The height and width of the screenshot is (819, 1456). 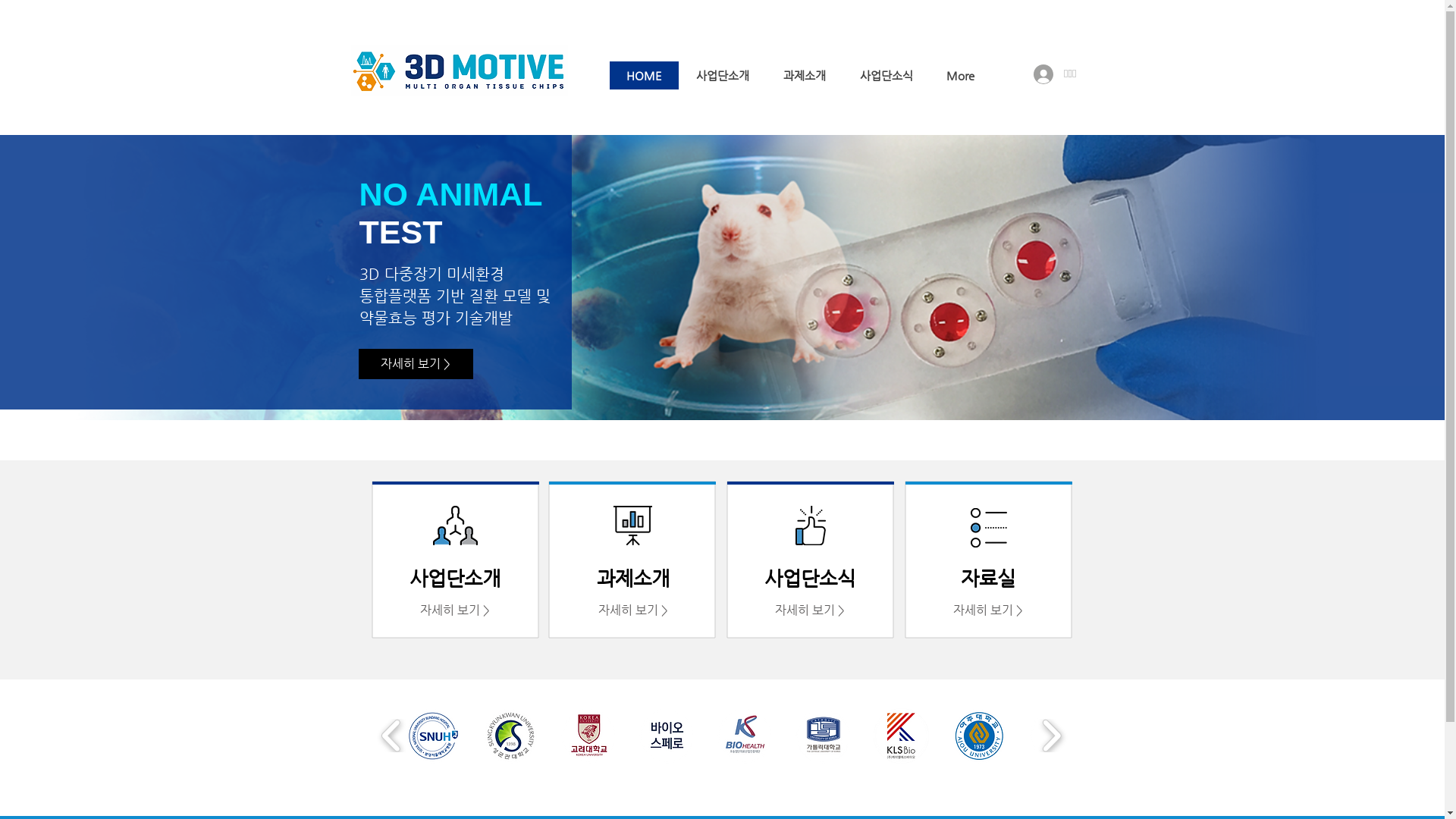 What do you see at coordinates (610, 75) in the screenshot?
I see `'HOME'` at bounding box center [610, 75].